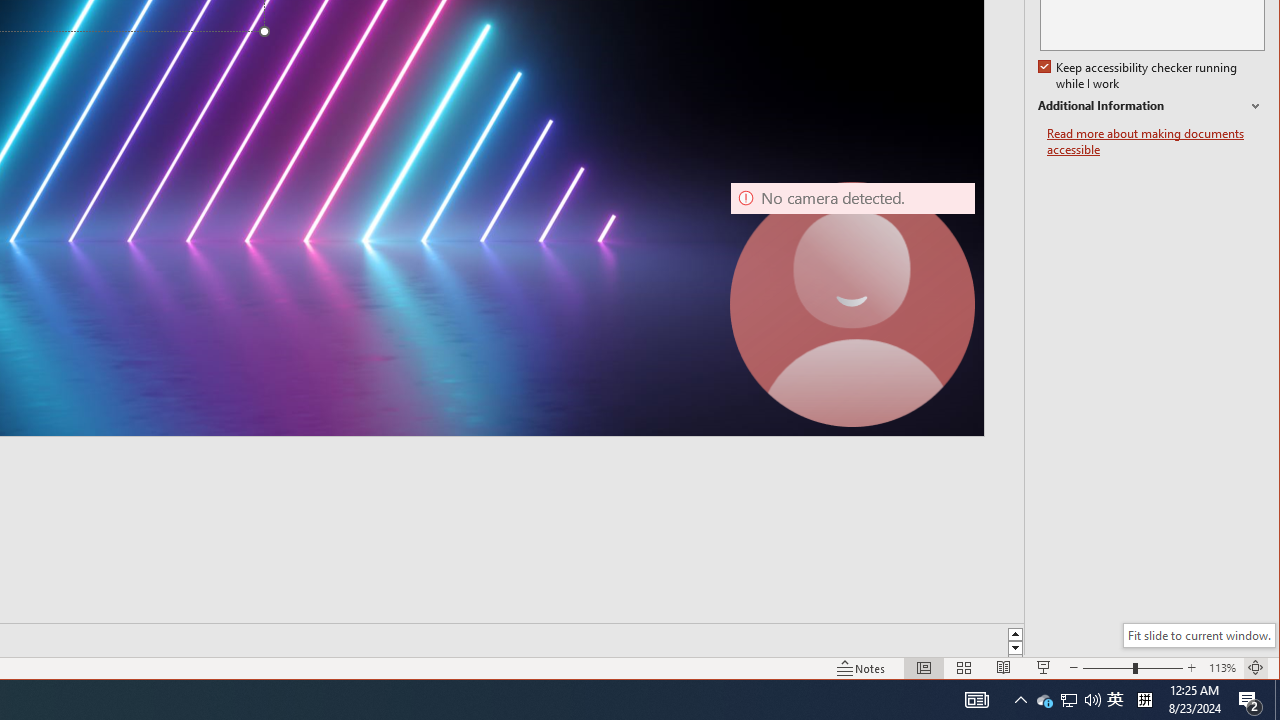 The height and width of the screenshot is (720, 1280). What do you see at coordinates (853, 304) in the screenshot?
I see `'Camera 7, No camera detected.'` at bounding box center [853, 304].